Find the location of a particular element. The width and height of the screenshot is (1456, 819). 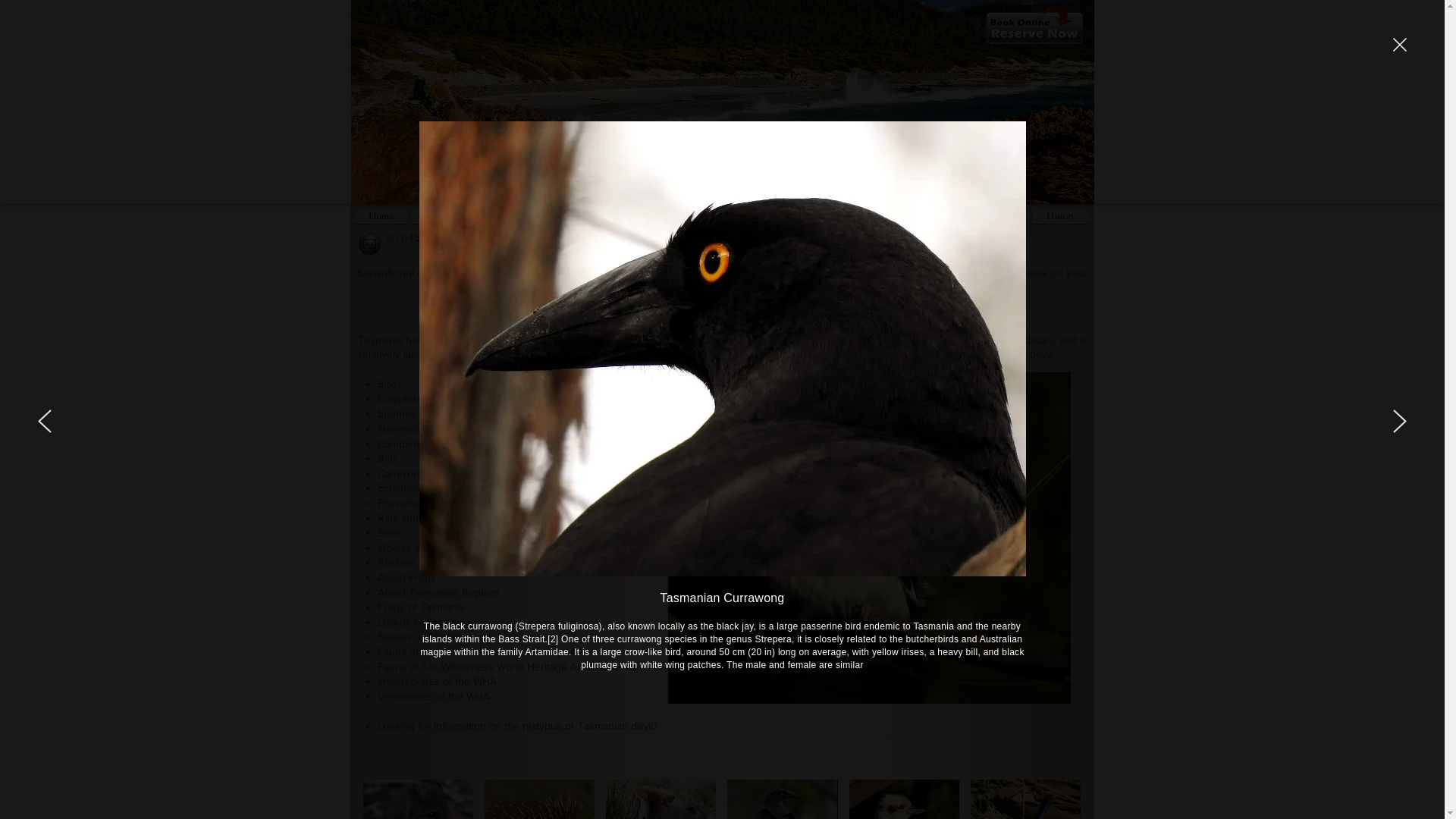

'Fauna of Tas Wilderness World Heritage Area' is located at coordinates (484, 651).